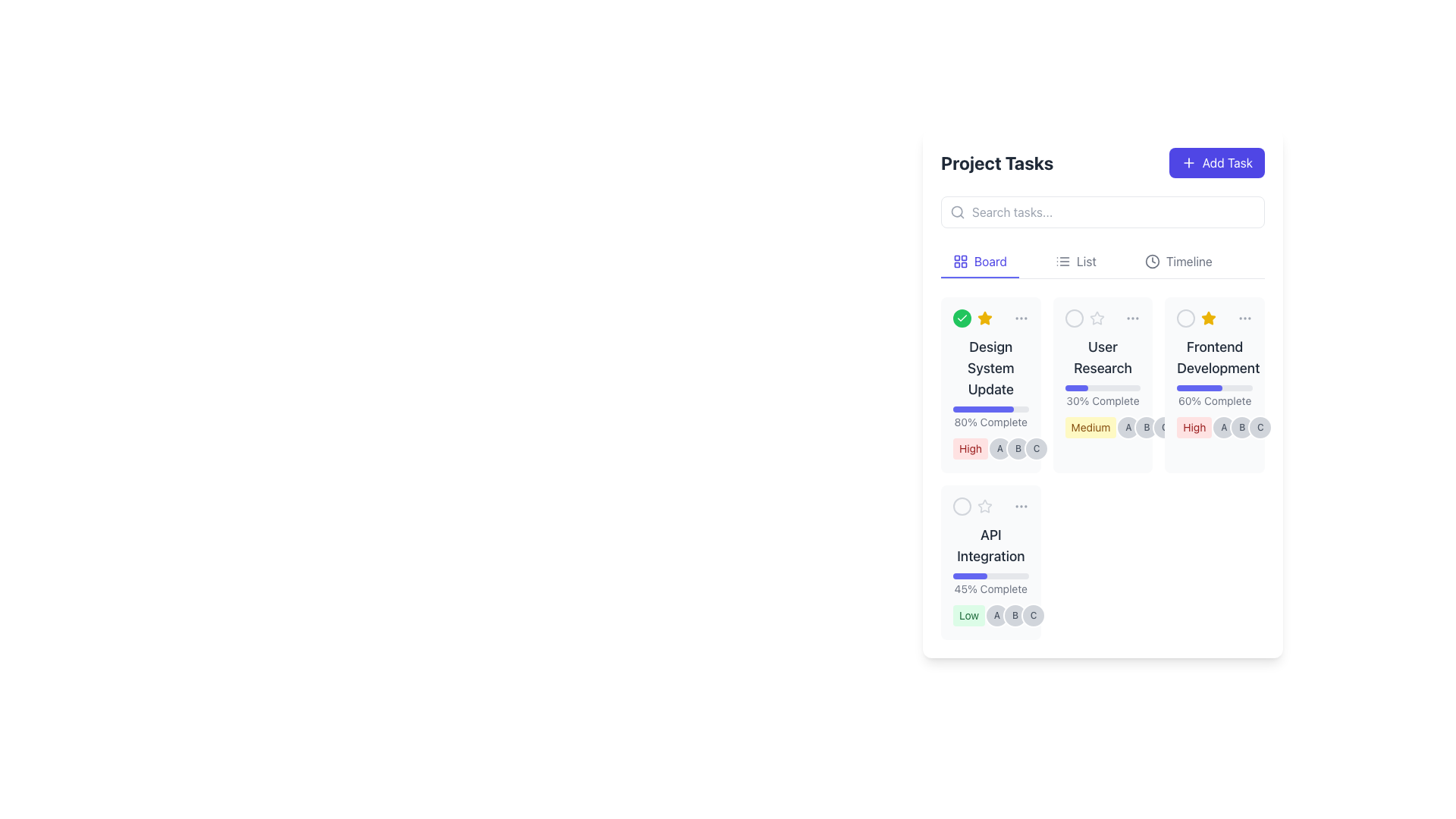  What do you see at coordinates (990, 584) in the screenshot?
I see `the progress indicator with textual label located within the 'API Integration' card, positioned towards the bottom of the card, below the heading and above the 'Low' label and avatars section` at bounding box center [990, 584].